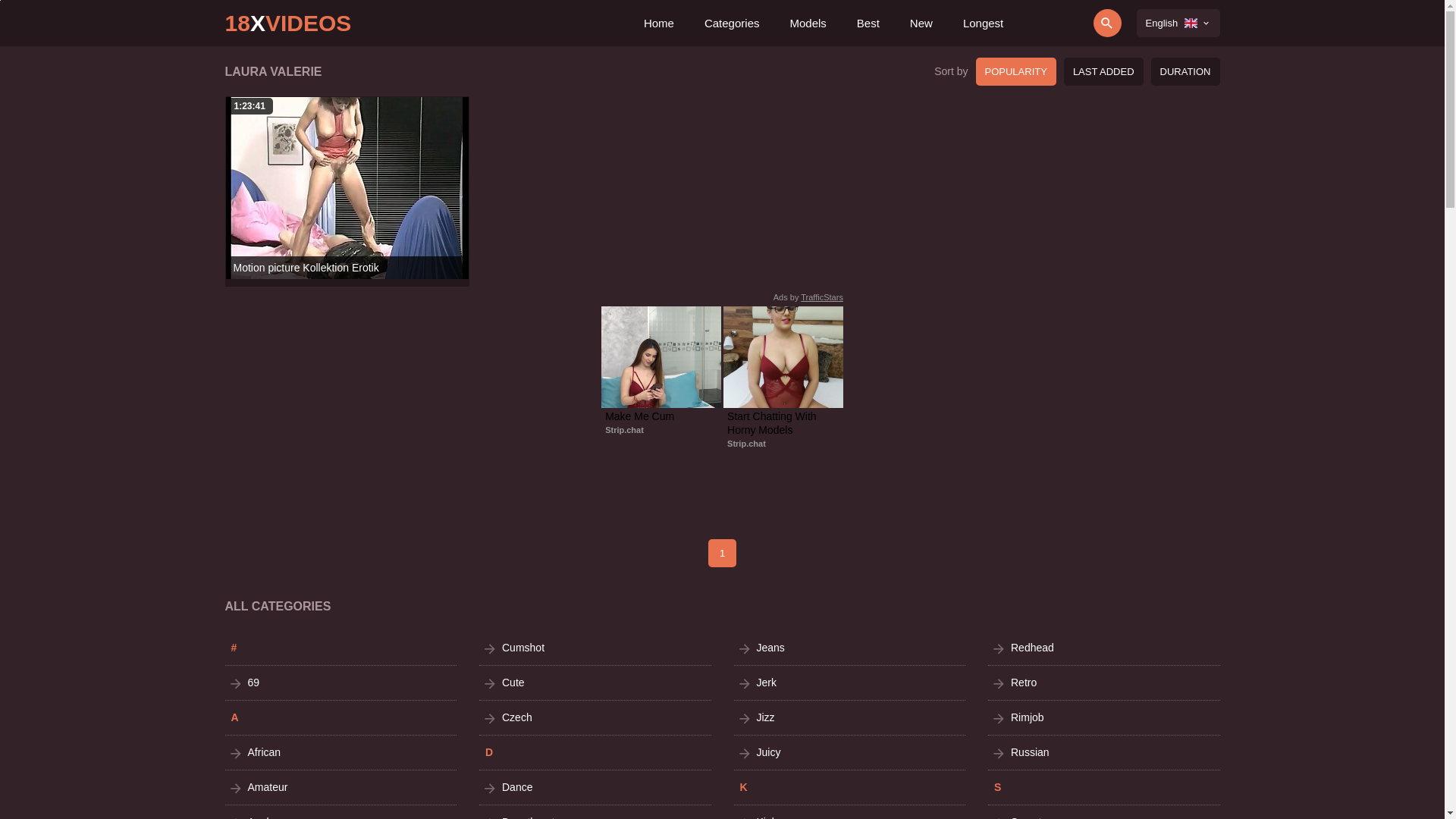 The height and width of the screenshot is (819, 1456). What do you see at coordinates (726, 444) in the screenshot?
I see `'Strip.chat'` at bounding box center [726, 444].